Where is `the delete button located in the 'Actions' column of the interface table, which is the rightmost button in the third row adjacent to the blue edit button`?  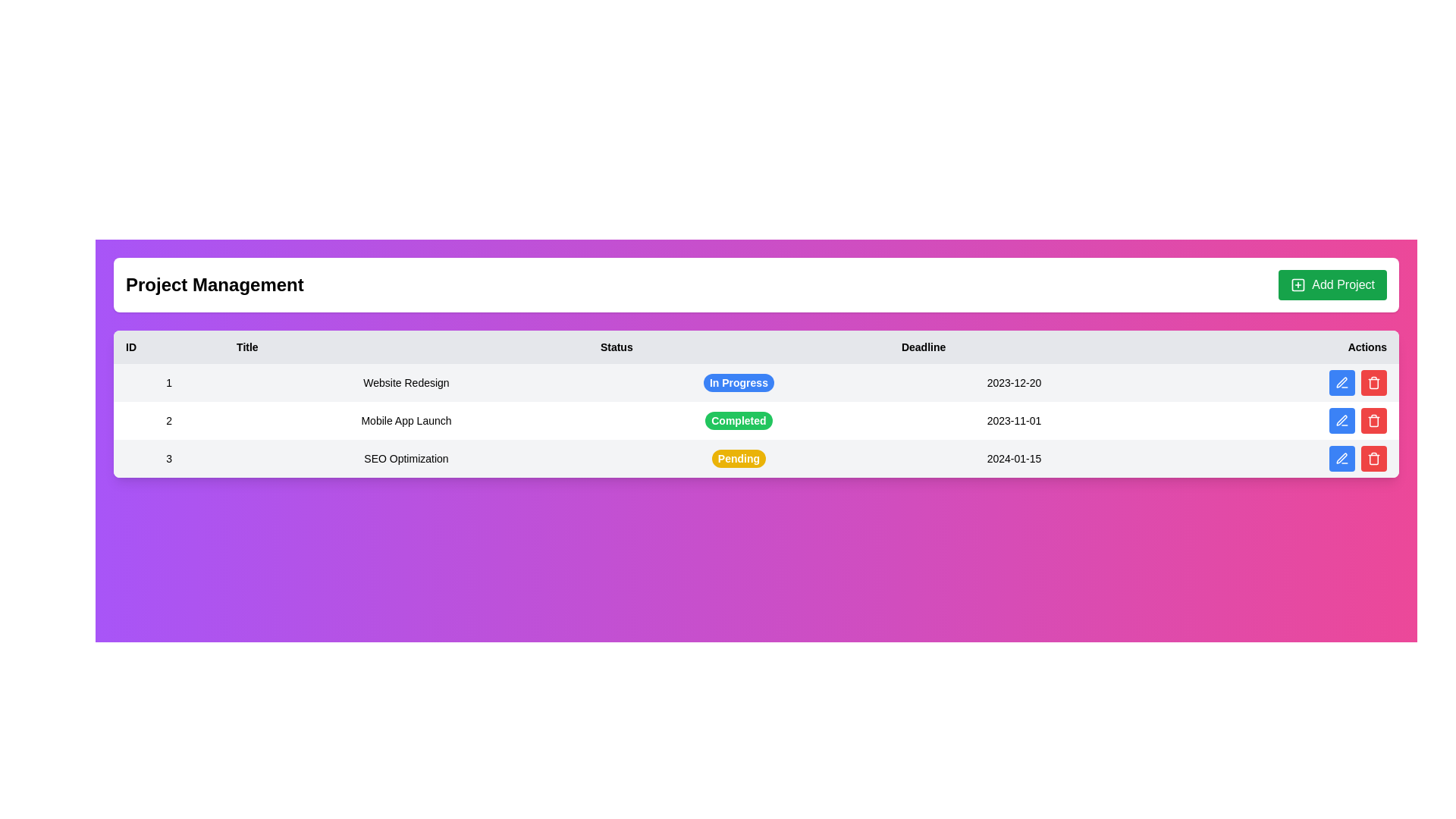 the delete button located in the 'Actions' column of the interface table, which is the rightmost button in the third row adjacent to the blue edit button is located at coordinates (1373, 382).